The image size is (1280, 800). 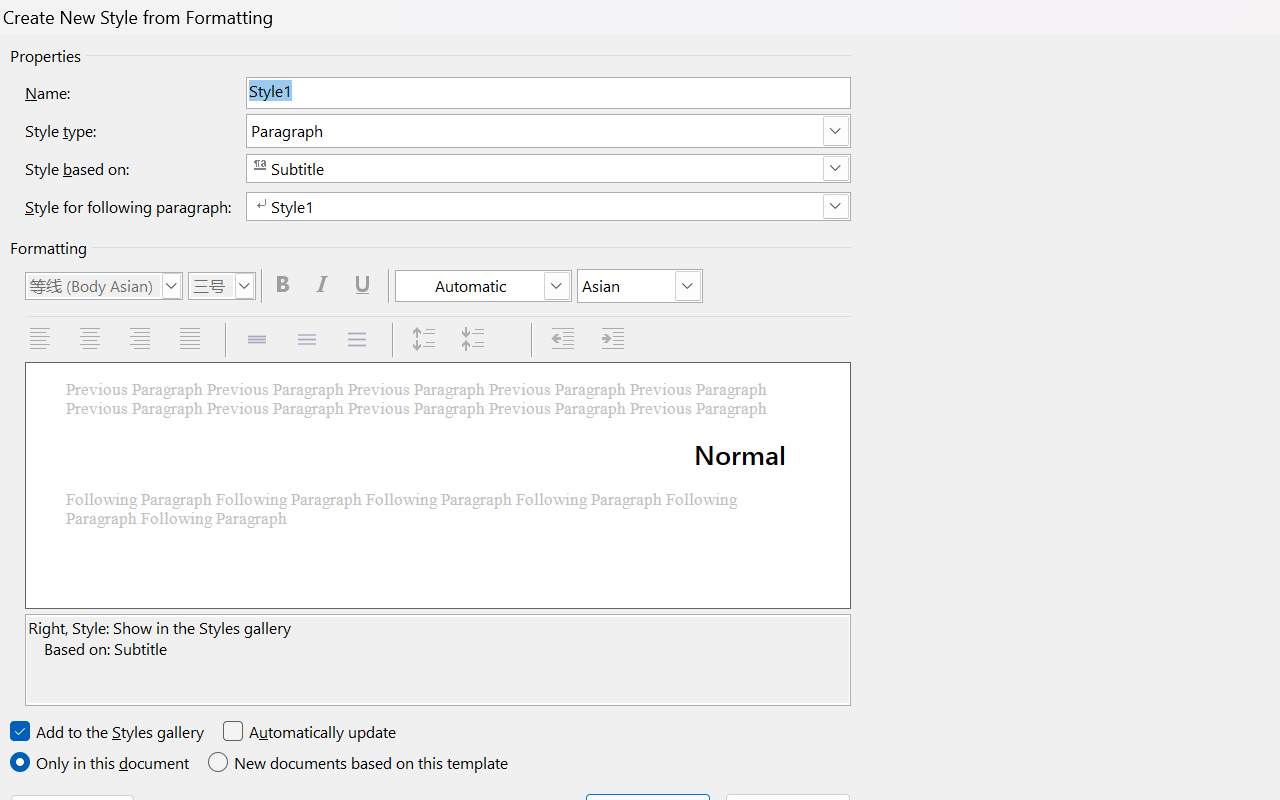 What do you see at coordinates (141, 339) in the screenshot?
I see `'Align Right'` at bounding box center [141, 339].